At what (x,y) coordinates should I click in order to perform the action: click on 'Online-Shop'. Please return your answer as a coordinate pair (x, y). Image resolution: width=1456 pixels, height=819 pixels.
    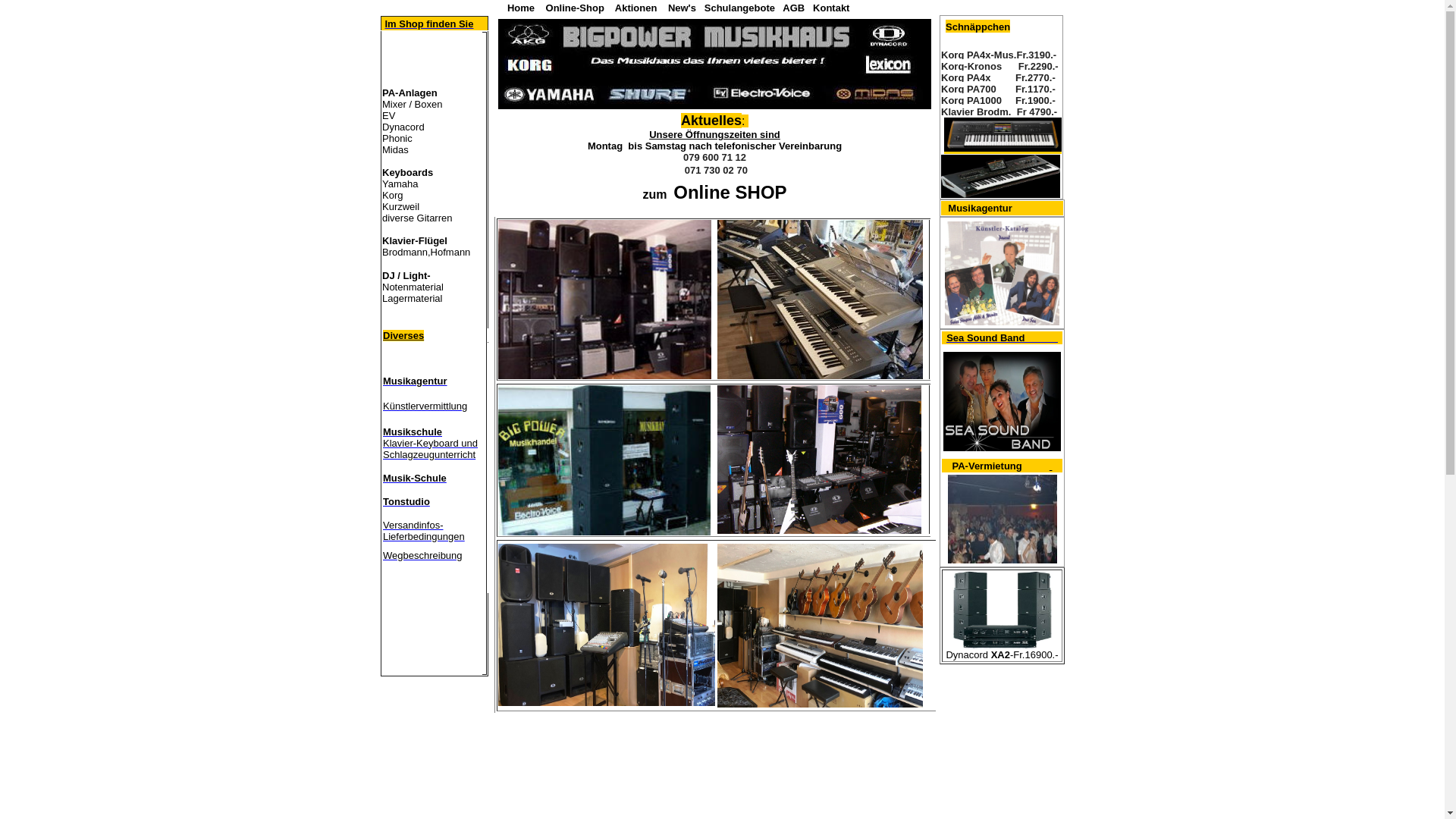
    Looking at the image, I should click on (574, 8).